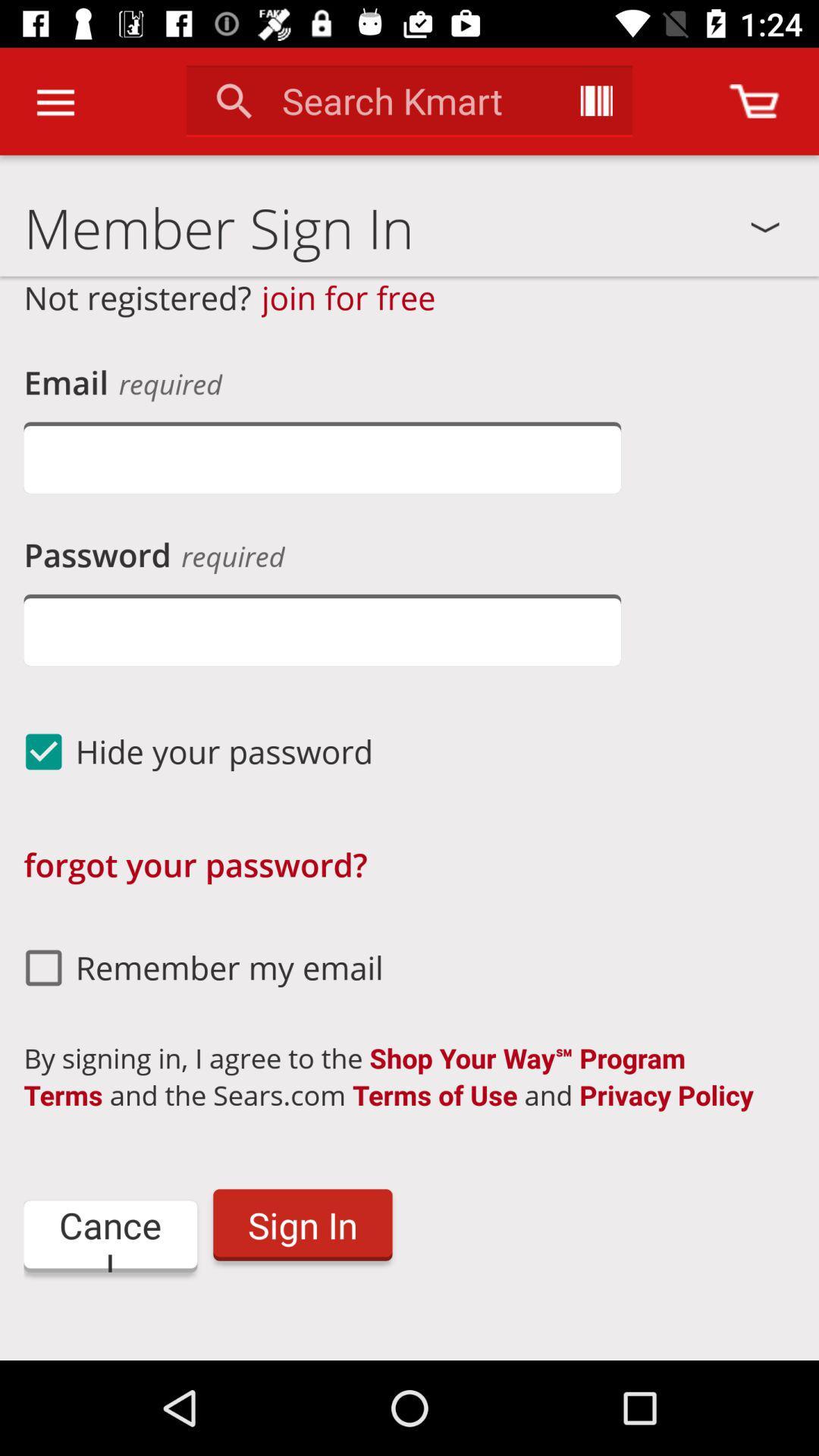  I want to click on the cancel icon, so click(109, 1236).